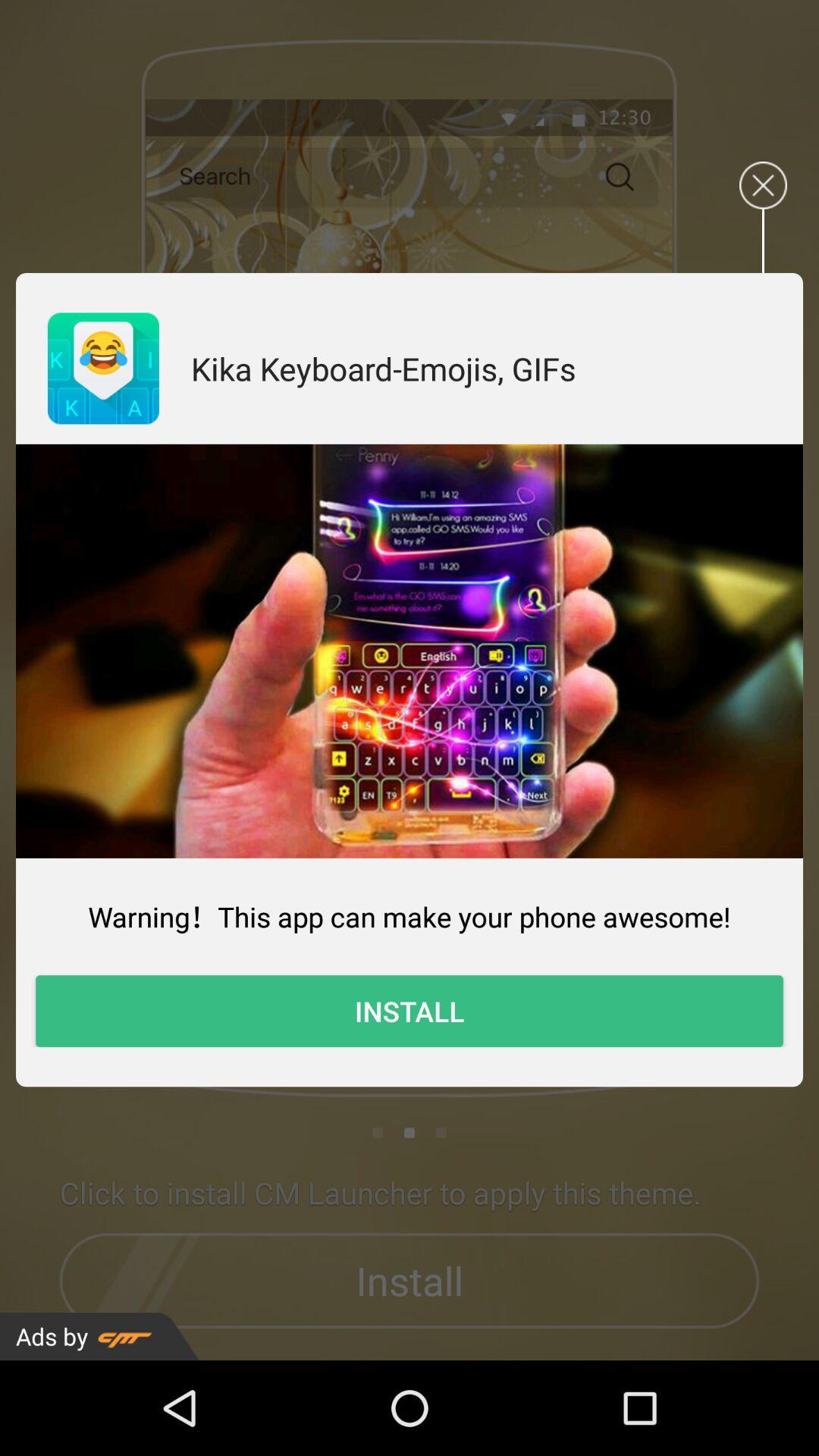  What do you see at coordinates (763, 197) in the screenshot?
I see `the close icon` at bounding box center [763, 197].